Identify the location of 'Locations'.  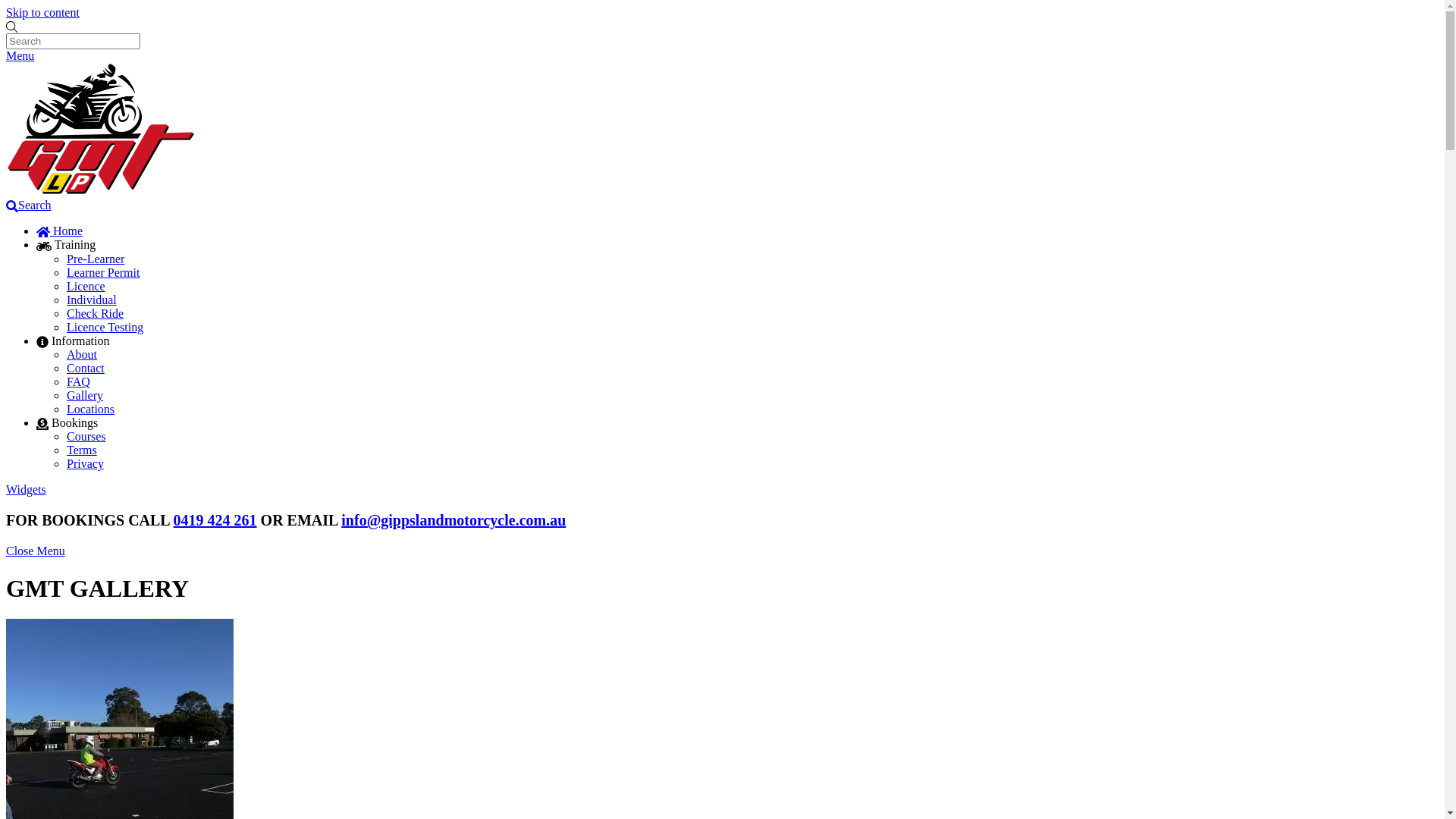
(65, 408).